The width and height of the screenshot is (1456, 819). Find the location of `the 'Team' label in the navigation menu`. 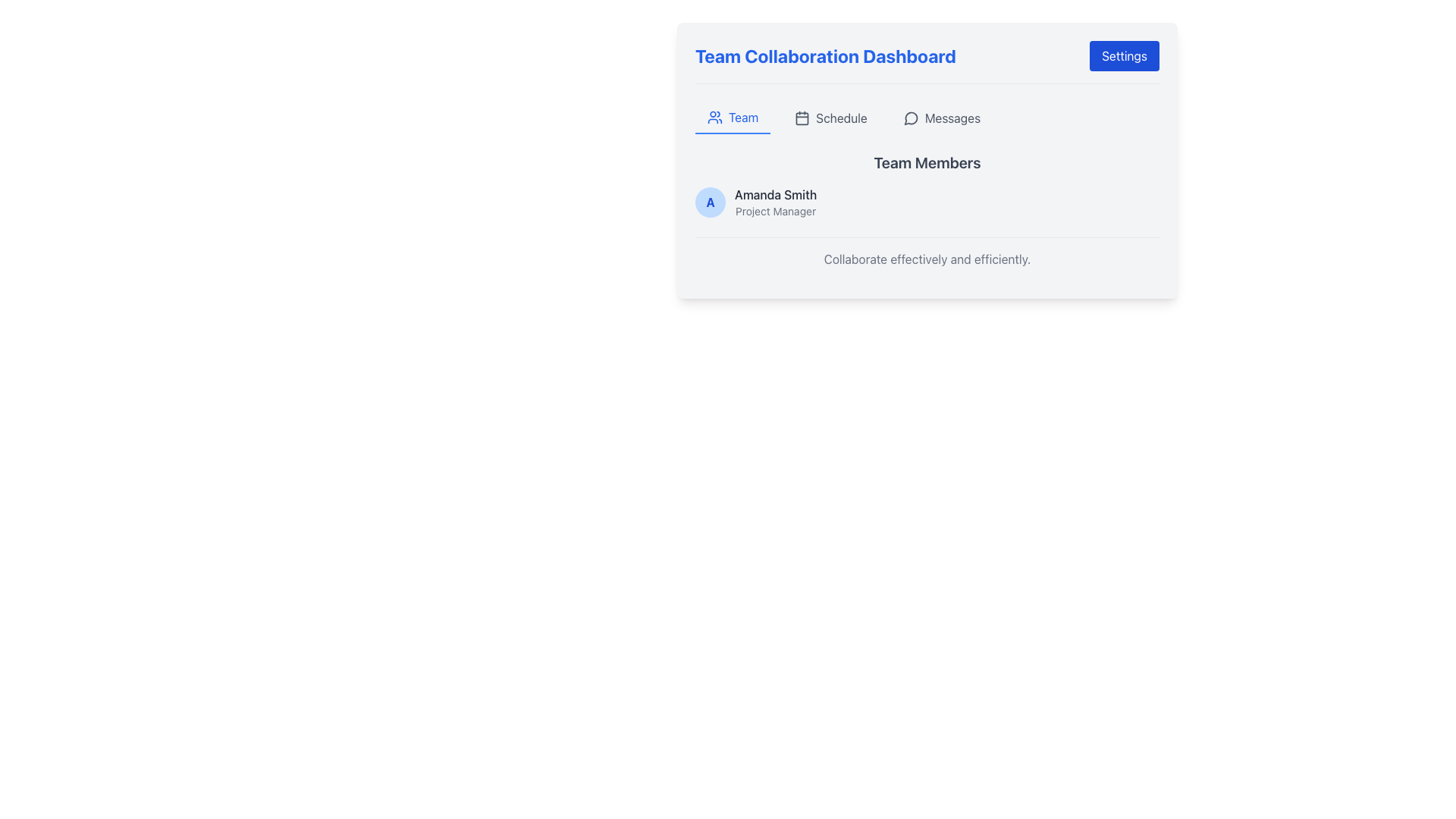

the 'Team' label in the navigation menu is located at coordinates (743, 116).